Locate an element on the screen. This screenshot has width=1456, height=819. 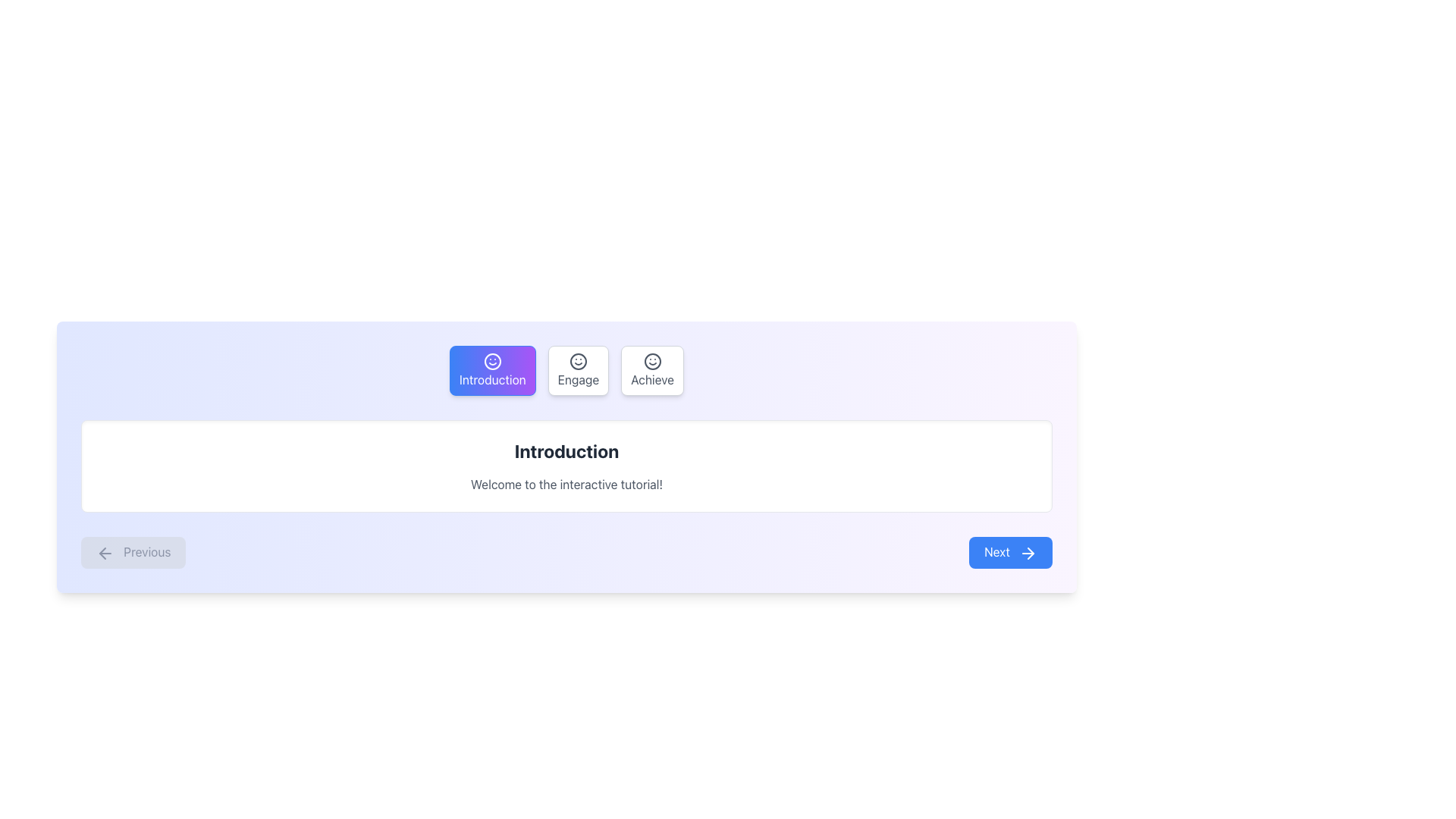
the circular outline of the smiling face icon located in the header section near the 'Introduction' label is located at coordinates (652, 362).